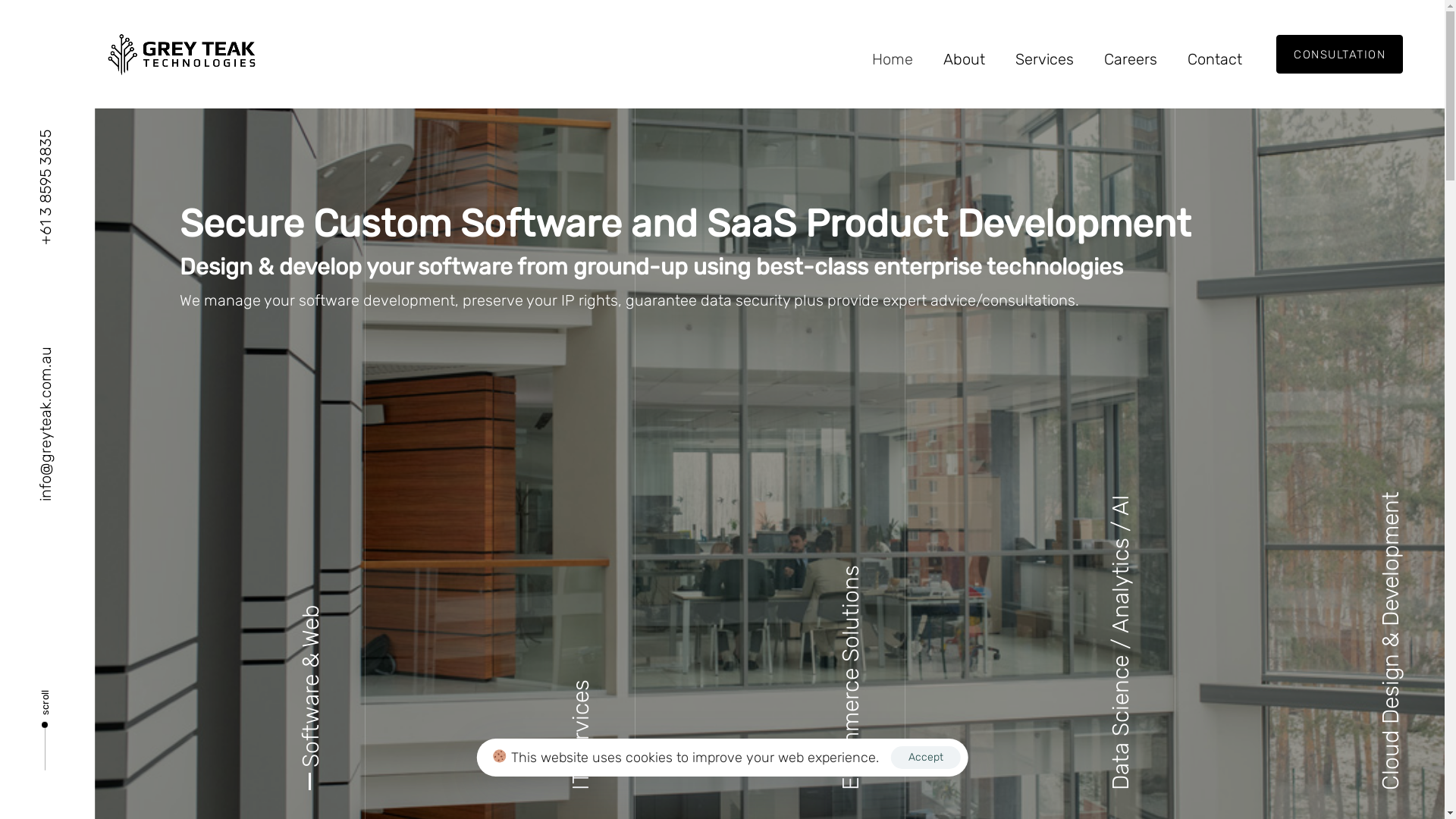 The image size is (1456, 819). I want to click on 'Services', so click(1043, 58).